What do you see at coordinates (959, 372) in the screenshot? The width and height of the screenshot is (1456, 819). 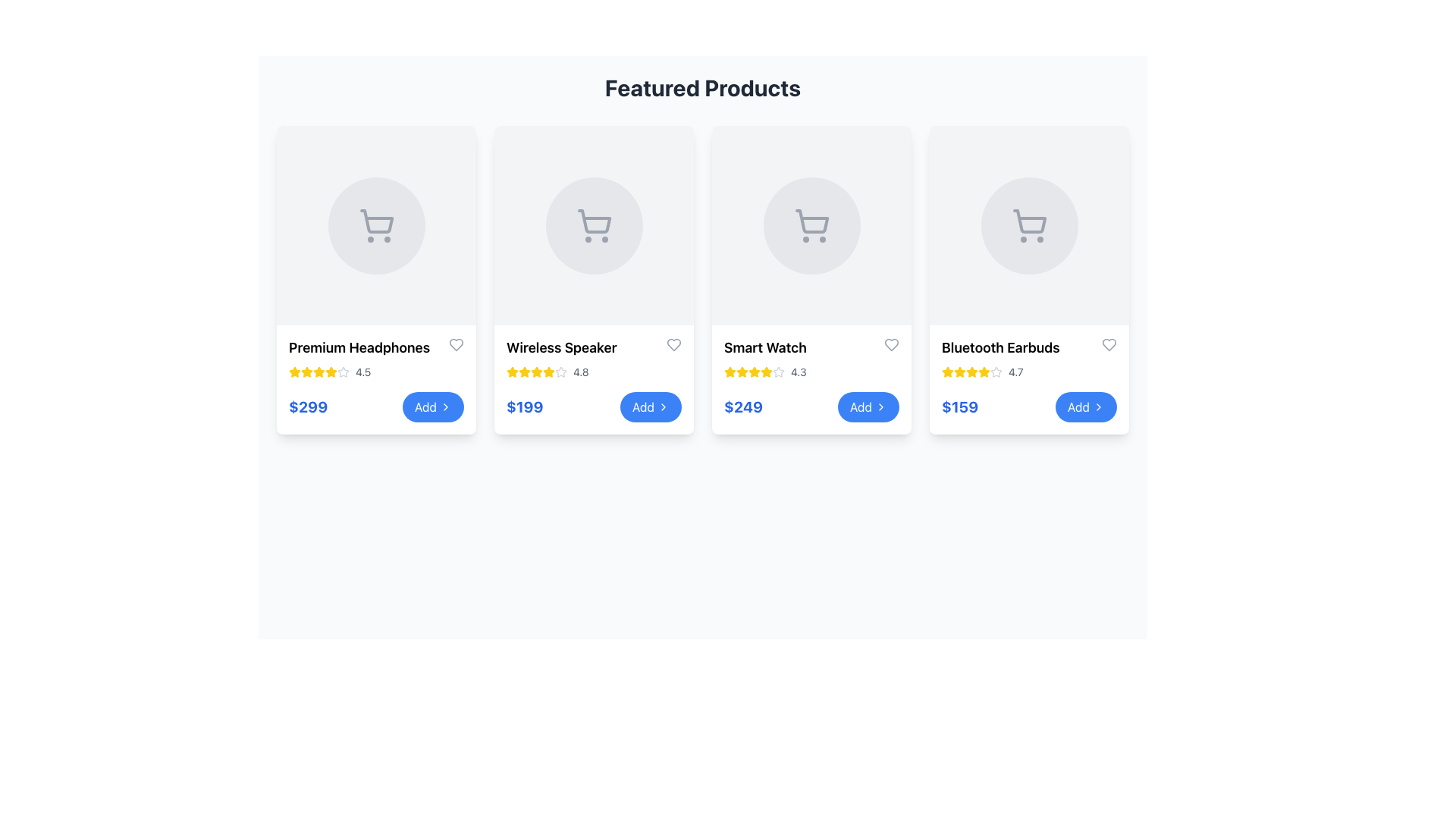 I see `the visual representation of the third yellow star in the rating system beside the text '4.7' for the Bluetooth Earbuds product card` at bounding box center [959, 372].